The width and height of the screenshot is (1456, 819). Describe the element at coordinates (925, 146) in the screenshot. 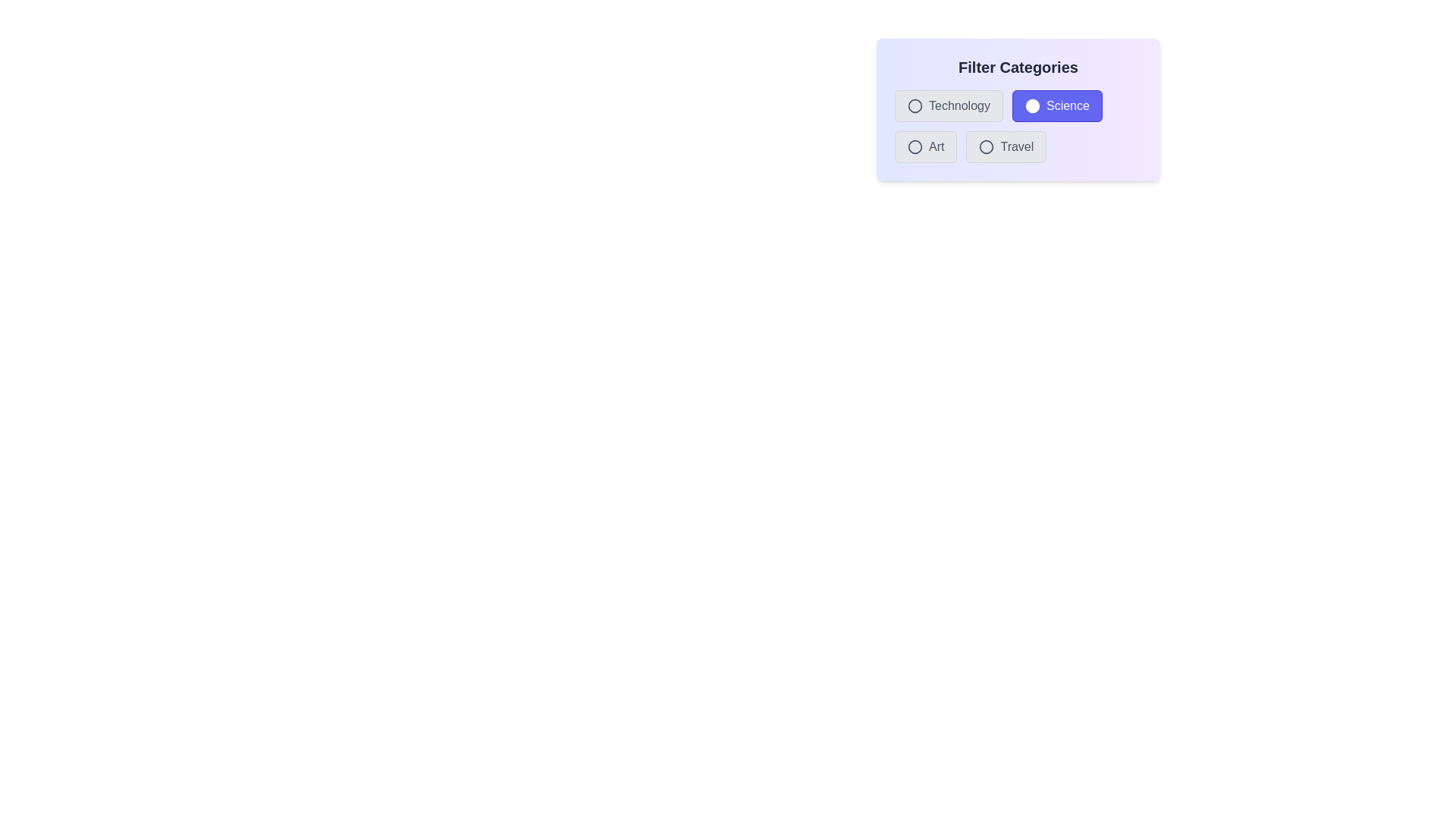

I see `the Art button to observe the hover effect` at that location.